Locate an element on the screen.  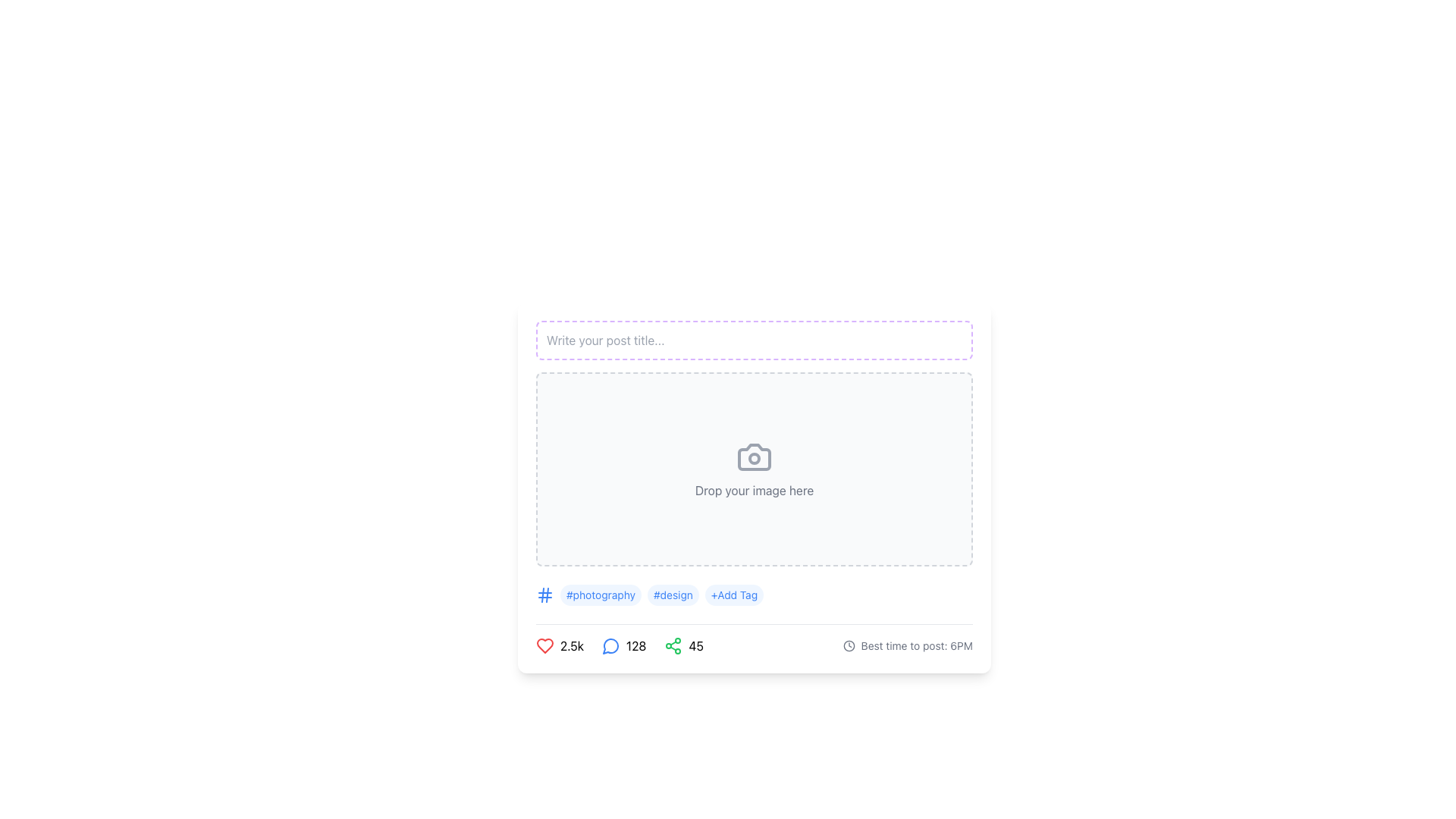
the label styled as a capsule with the text '#design', which is the second tag in a horizontal series of tags, located between '#photography' and '+Add Tag' is located at coordinates (673, 595).